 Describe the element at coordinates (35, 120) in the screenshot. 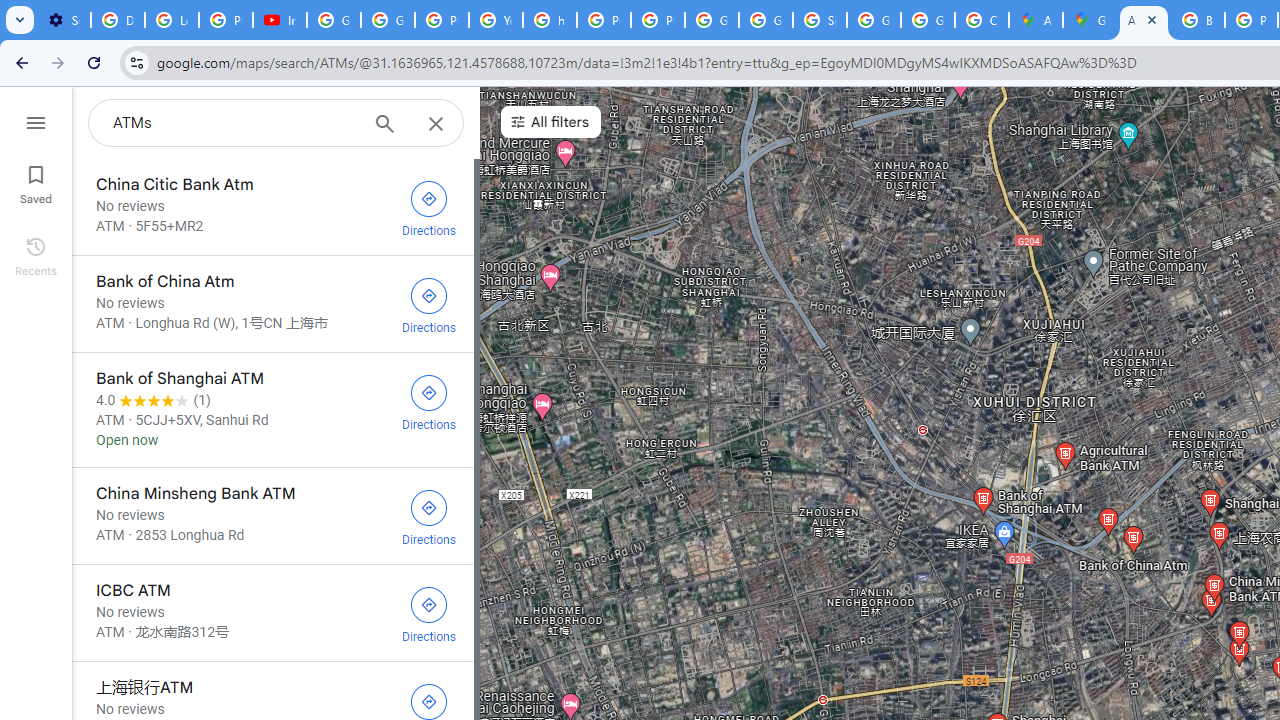

I see `'Menu'` at that location.